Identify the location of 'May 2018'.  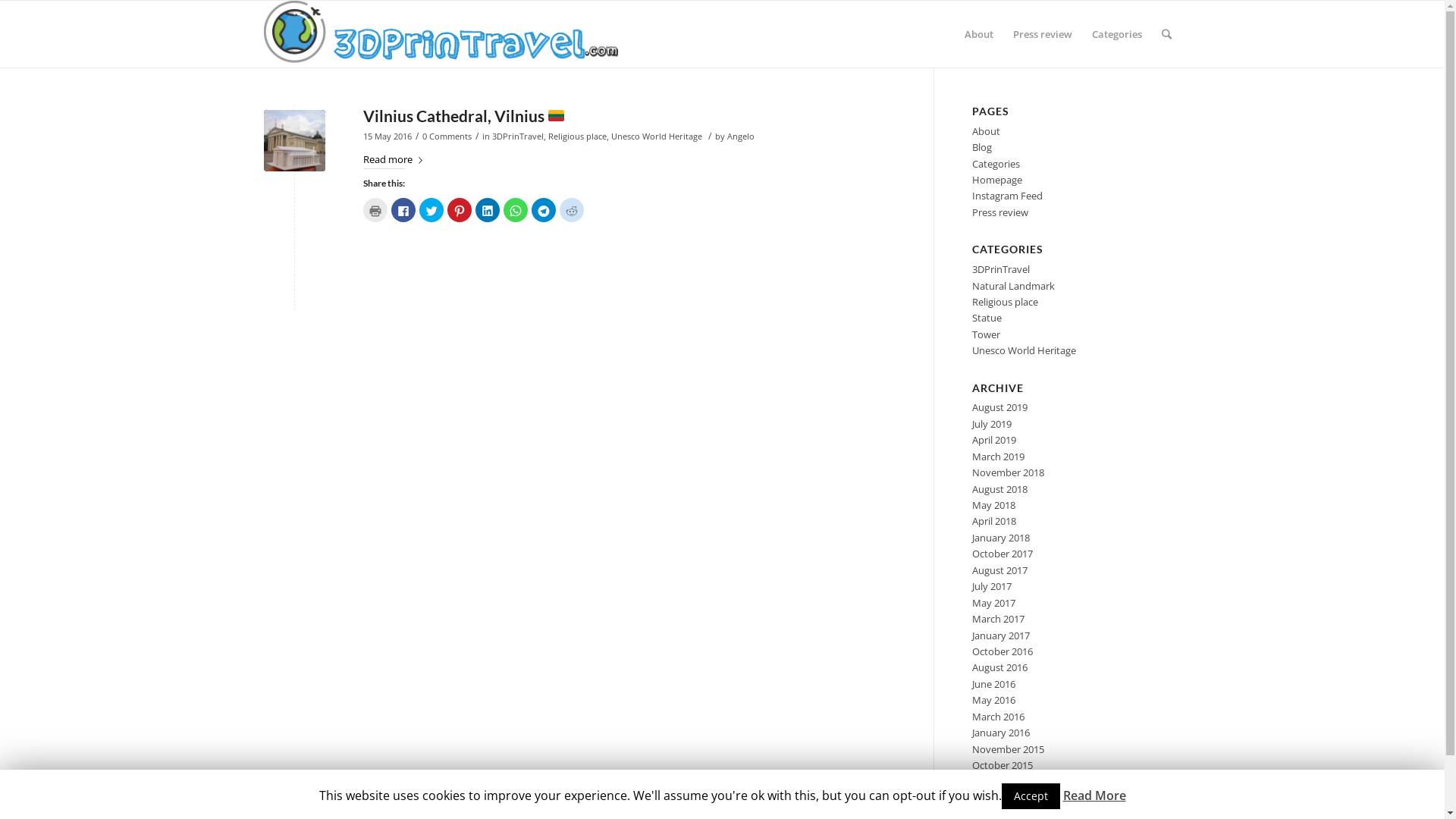
(971, 505).